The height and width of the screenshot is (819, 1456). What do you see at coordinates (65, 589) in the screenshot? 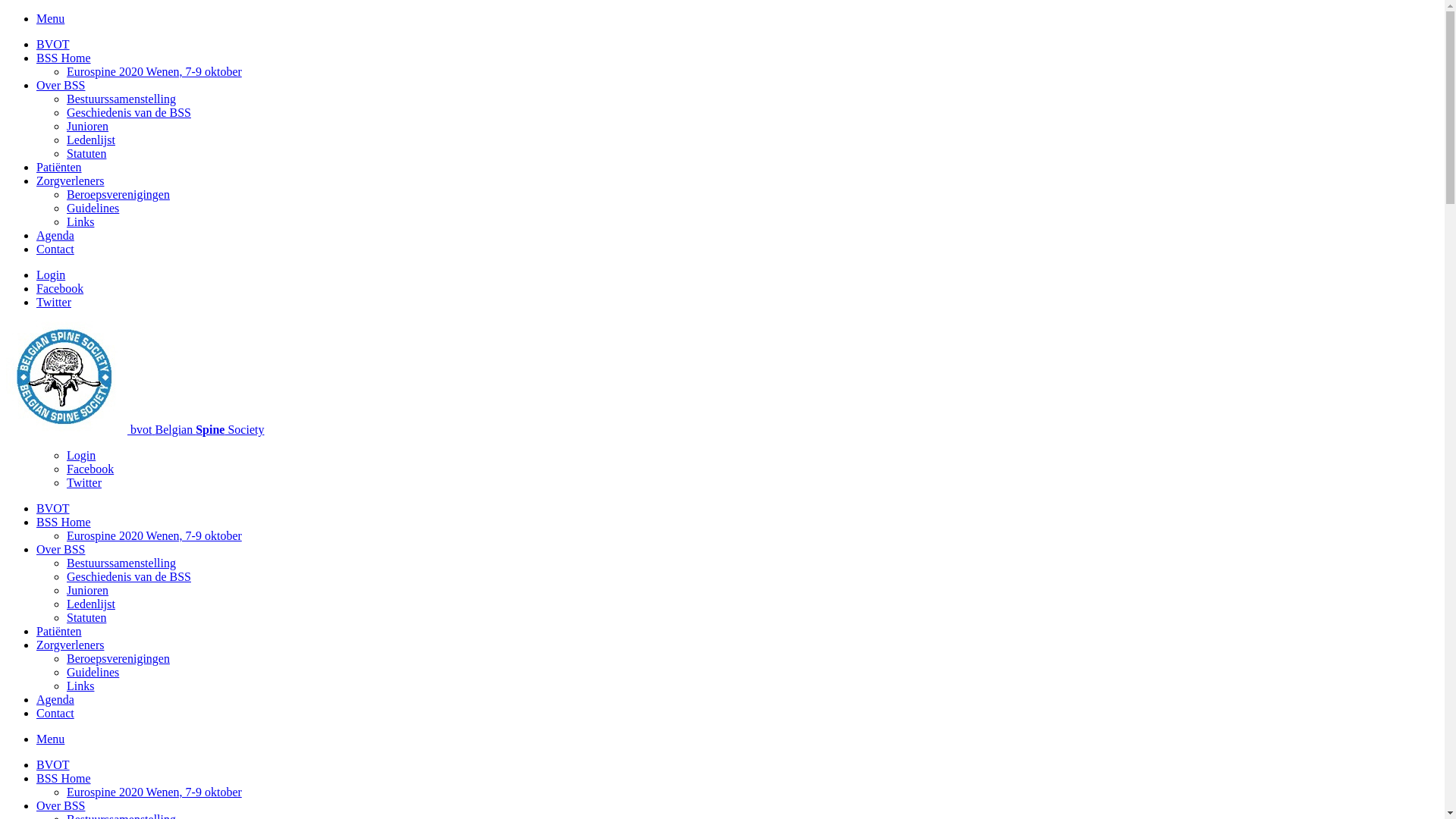
I see `'Junioren'` at bounding box center [65, 589].